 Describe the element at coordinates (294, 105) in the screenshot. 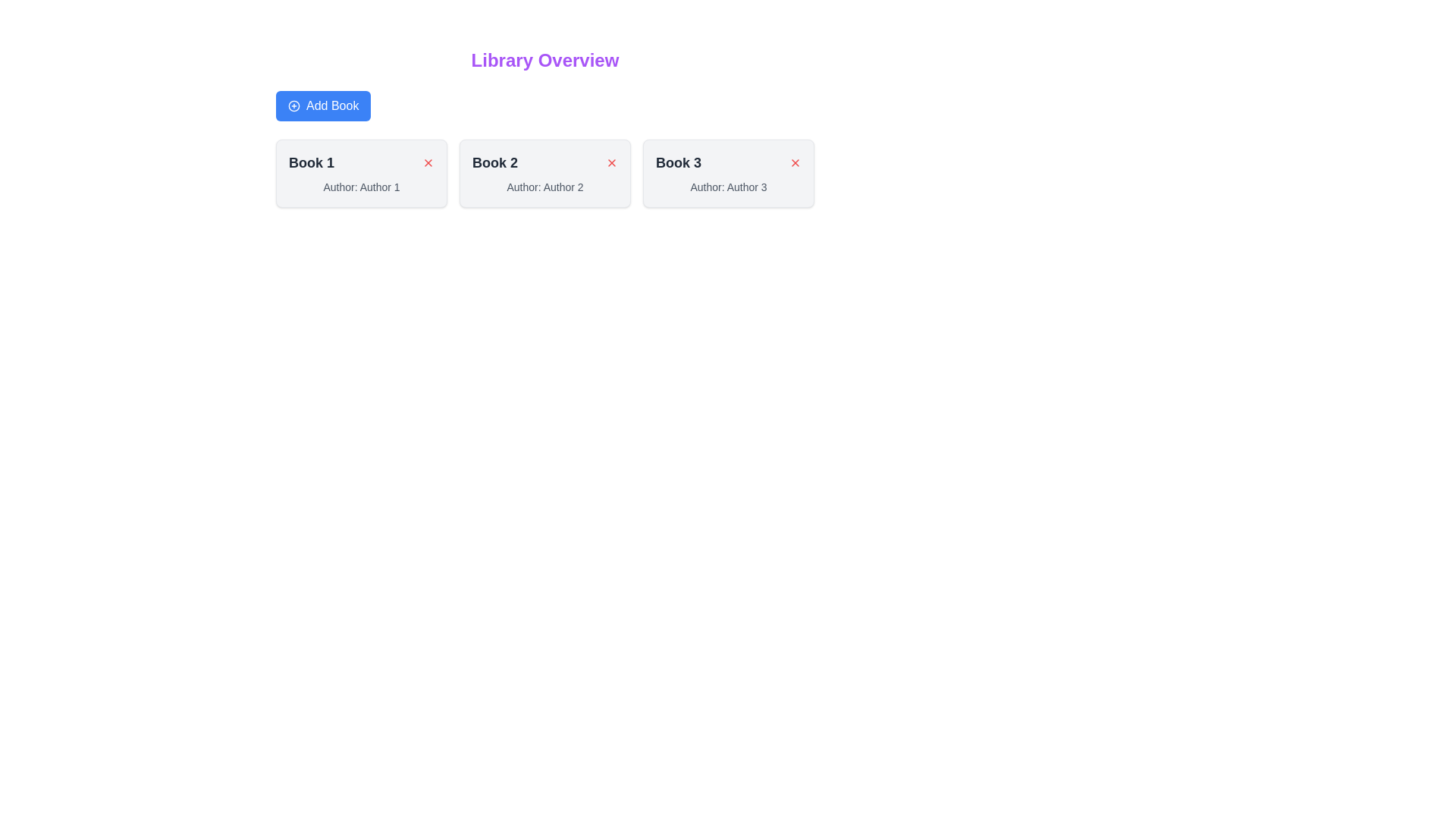

I see `the SVG Circle element that represents the 'Add Book' button, which is located near the top-left corner of the interface above the book listing section` at that location.